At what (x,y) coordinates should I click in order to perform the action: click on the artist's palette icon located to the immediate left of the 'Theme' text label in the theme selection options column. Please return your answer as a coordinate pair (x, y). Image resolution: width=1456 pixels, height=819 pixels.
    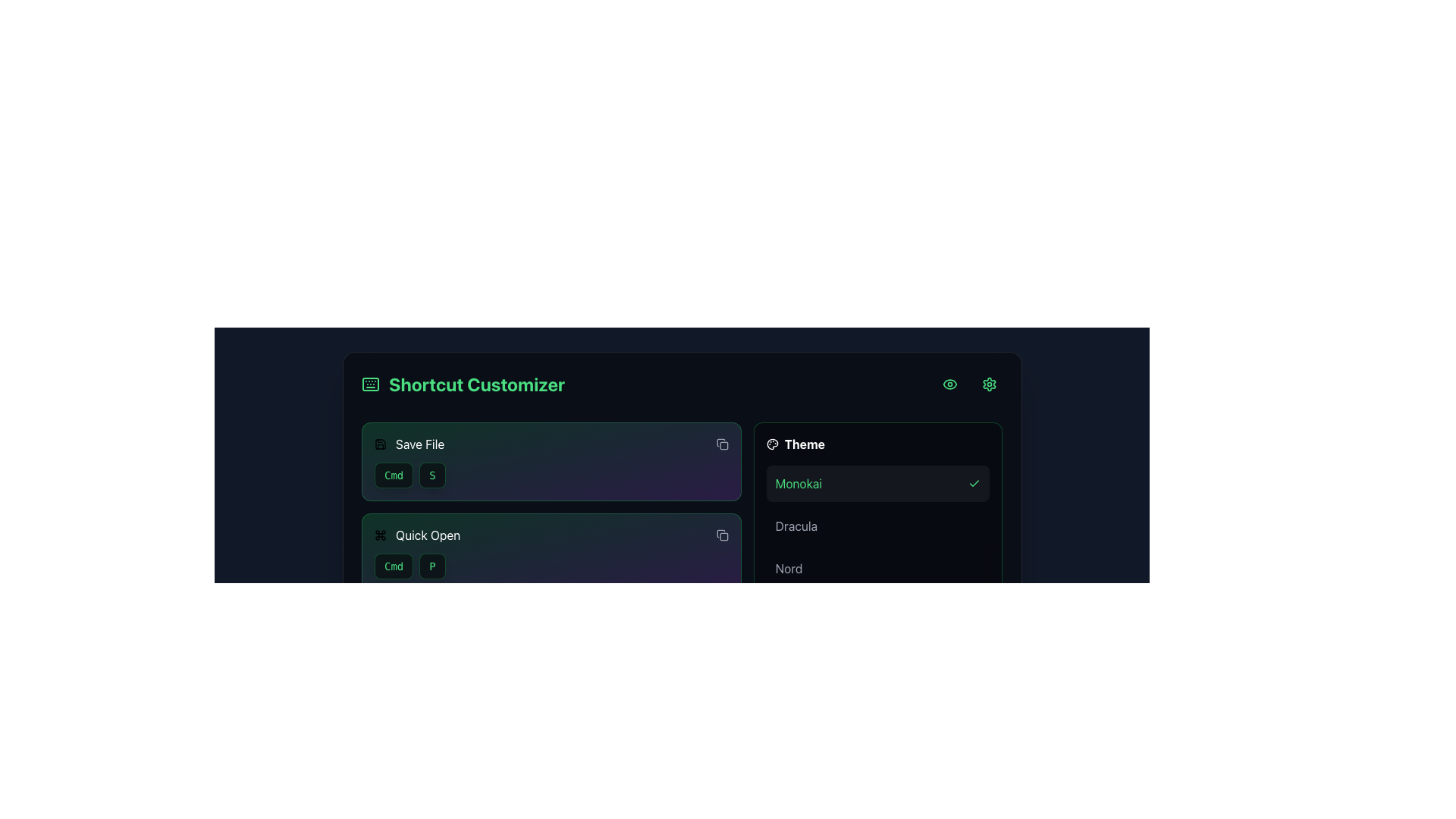
    Looking at the image, I should click on (772, 444).